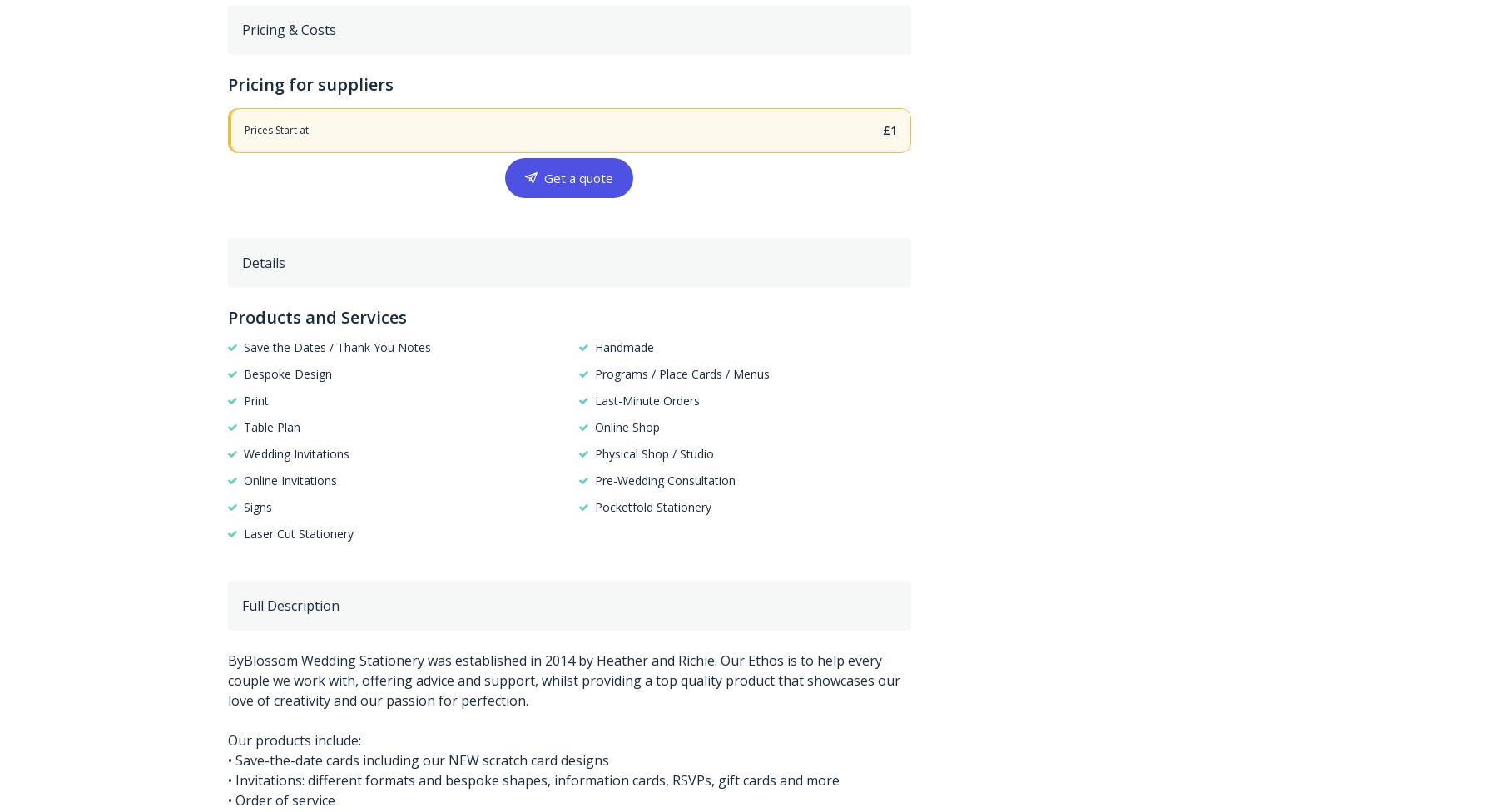  I want to click on 'Laser Cut Stationery', so click(296, 532).